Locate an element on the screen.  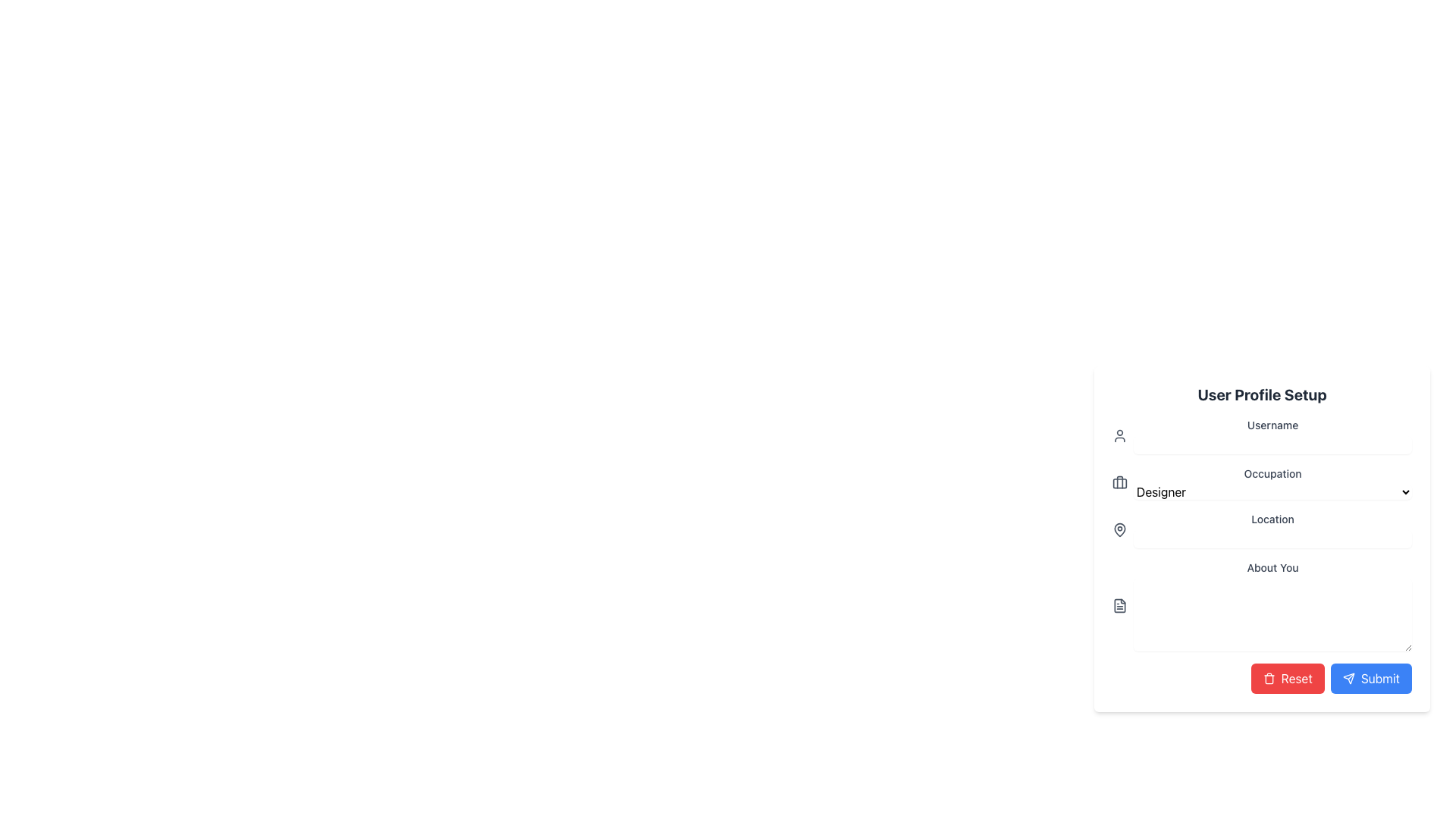
text of the label associated with the 'Submit' button, located towards the right side and next to an icon is located at coordinates (1380, 677).